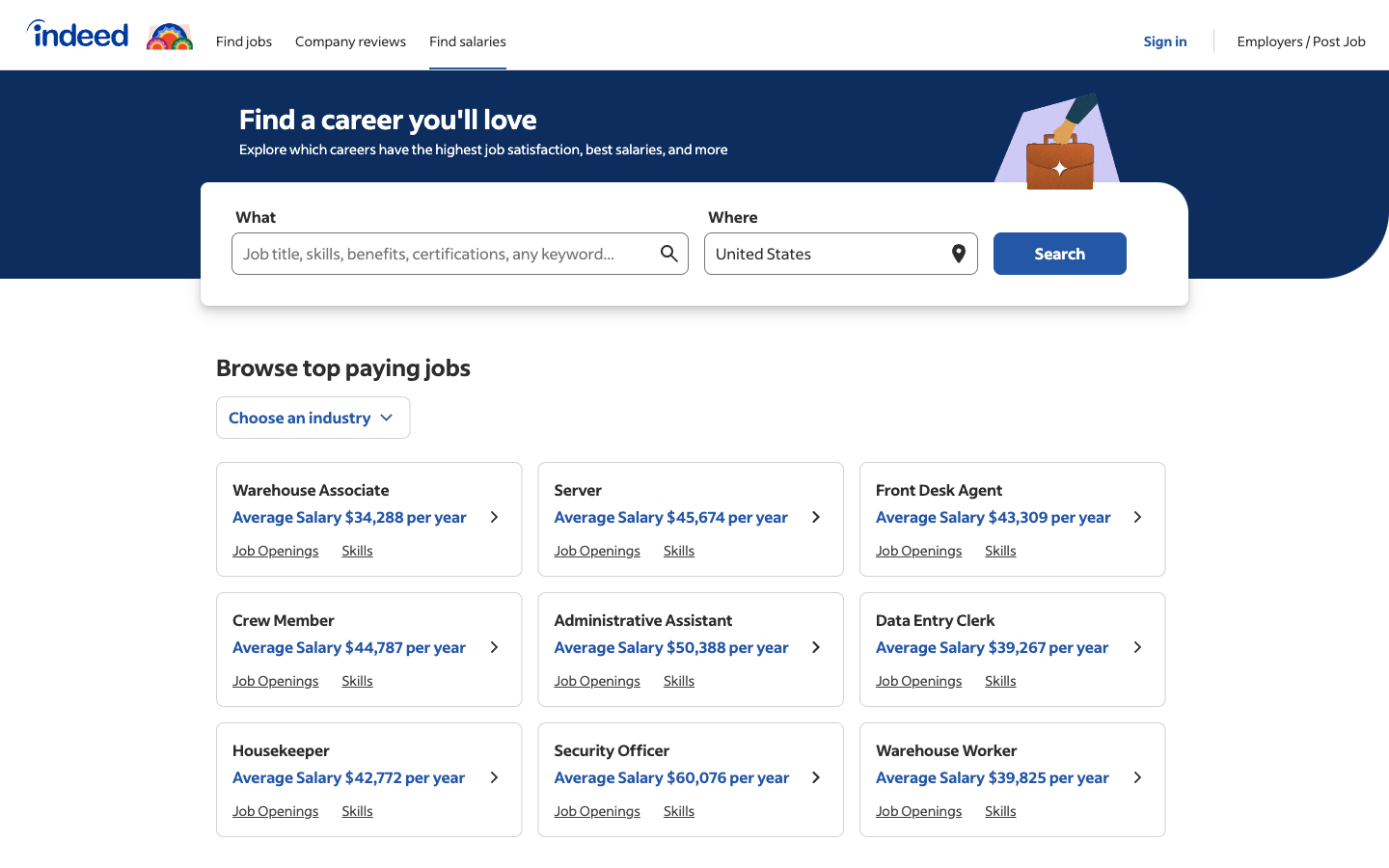  I want to click on Investigate the skills needed for the job of "Administrative Assistant, so click(1000, 810).